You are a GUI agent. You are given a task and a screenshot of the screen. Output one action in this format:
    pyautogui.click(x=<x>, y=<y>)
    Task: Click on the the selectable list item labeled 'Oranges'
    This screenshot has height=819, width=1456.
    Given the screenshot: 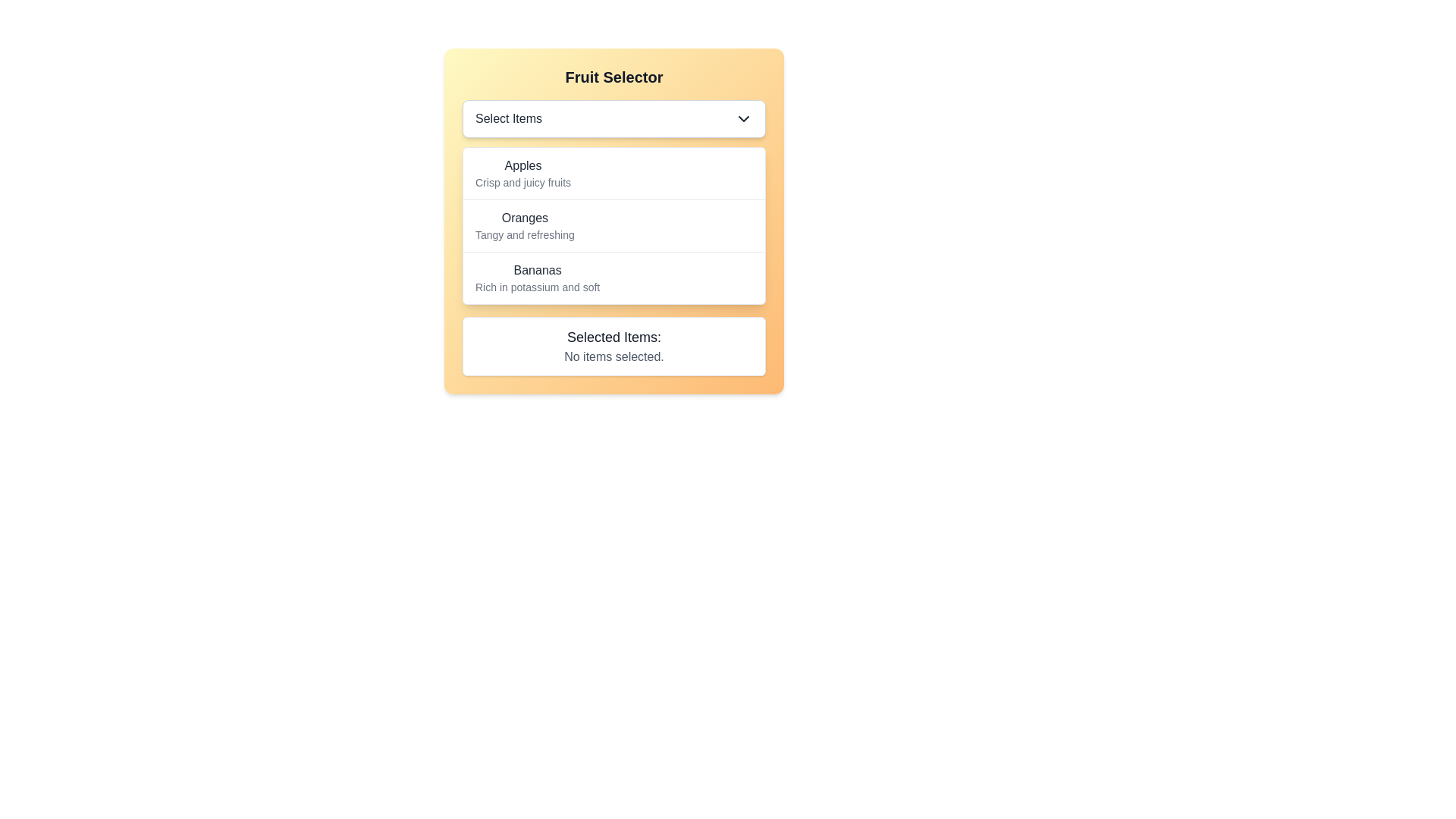 What is the action you would take?
    pyautogui.click(x=614, y=225)
    